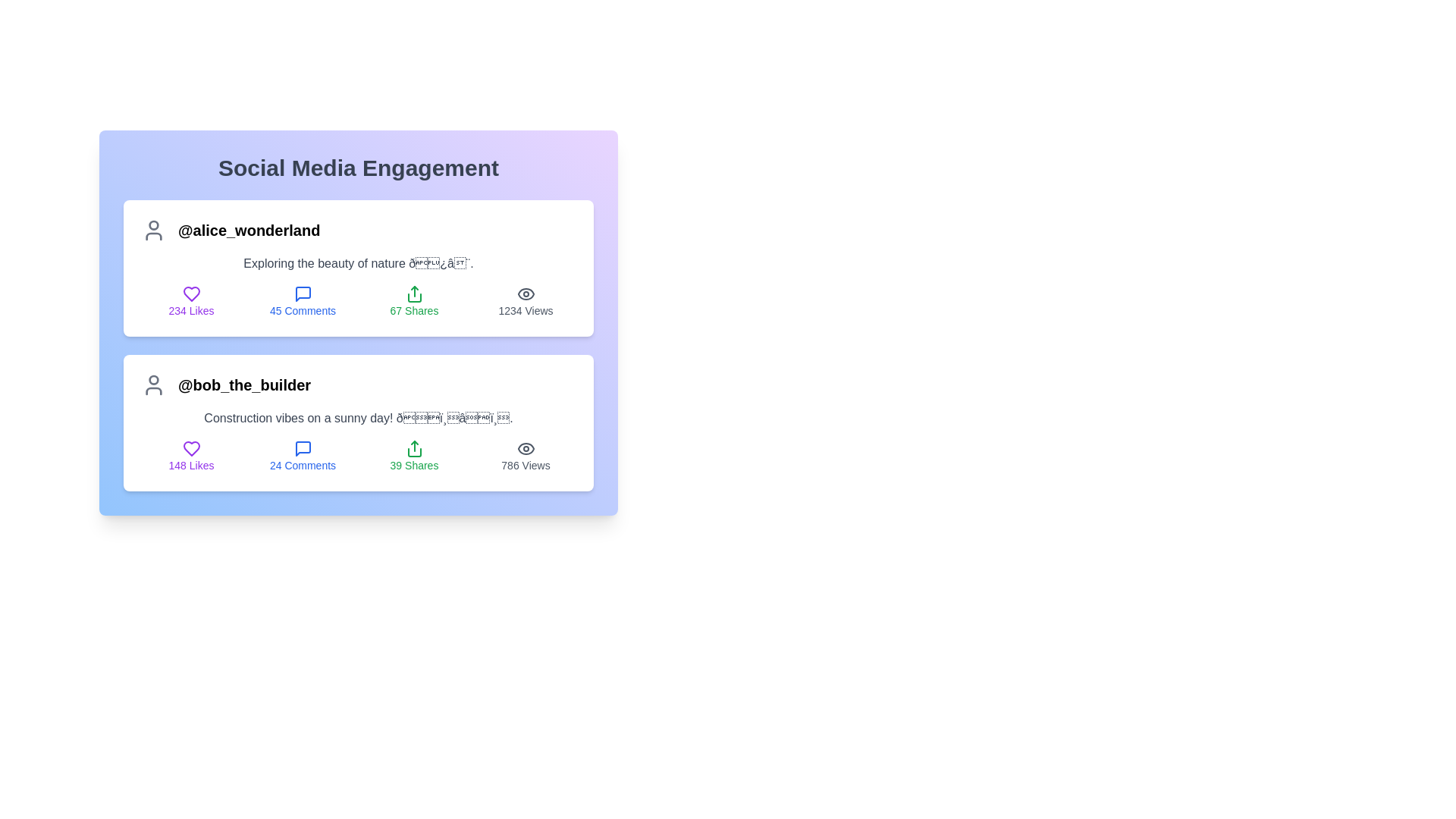  What do you see at coordinates (303, 301) in the screenshot?
I see `the text and icon button displaying '45 Comments', which is a speech bubble icon in blue color` at bounding box center [303, 301].